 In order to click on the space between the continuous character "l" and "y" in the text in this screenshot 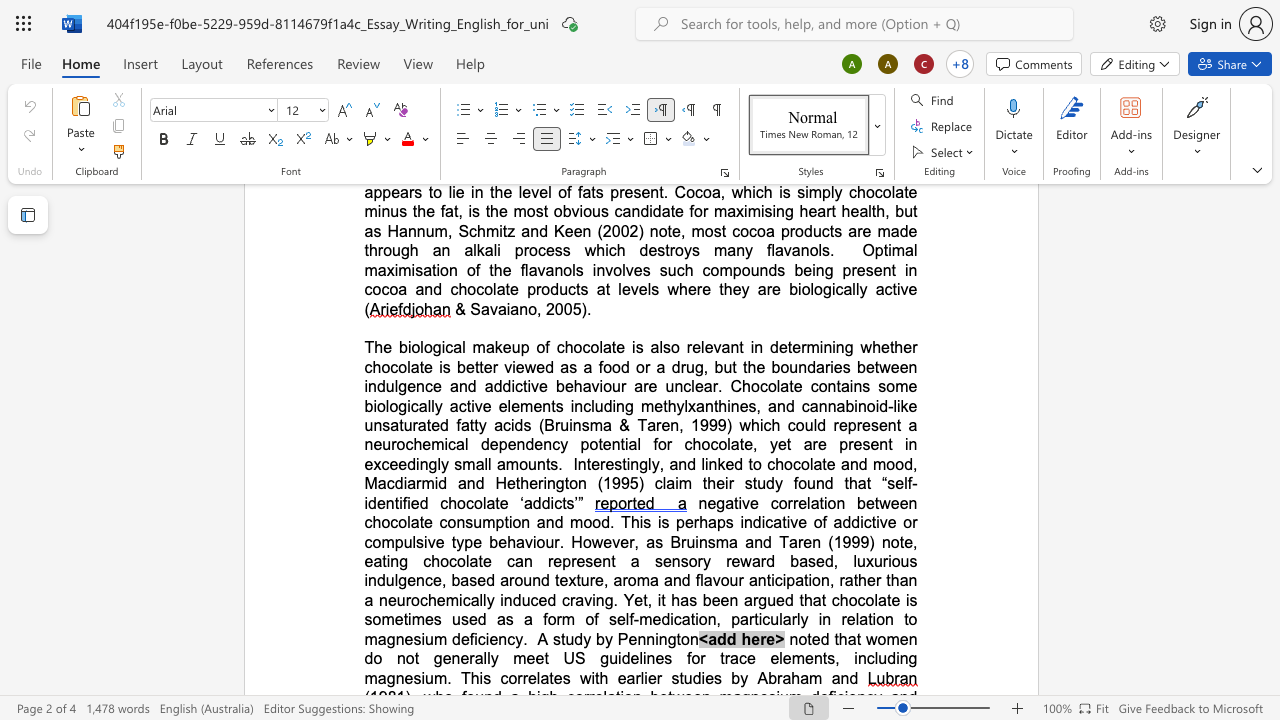, I will do `click(860, 289)`.